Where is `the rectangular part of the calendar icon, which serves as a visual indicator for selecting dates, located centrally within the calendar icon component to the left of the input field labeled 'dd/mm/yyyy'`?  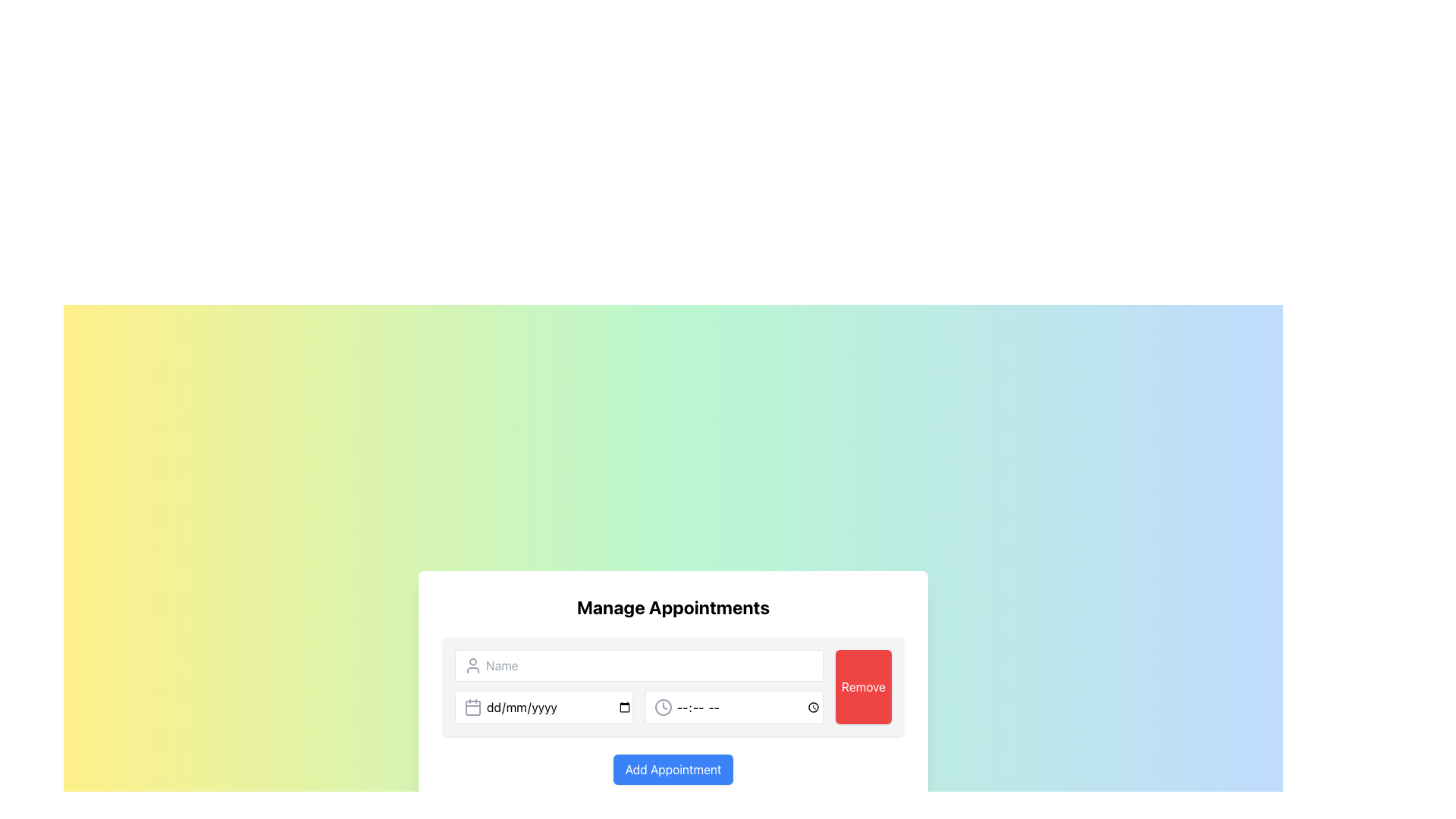
the rectangular part of the calendar icon, which serves as a visual indicator for selecting dates, located centrally within the calendar icon component to the left of the input field labeled 'dd/mm/yyyy' is located at coordinates (472, 708).